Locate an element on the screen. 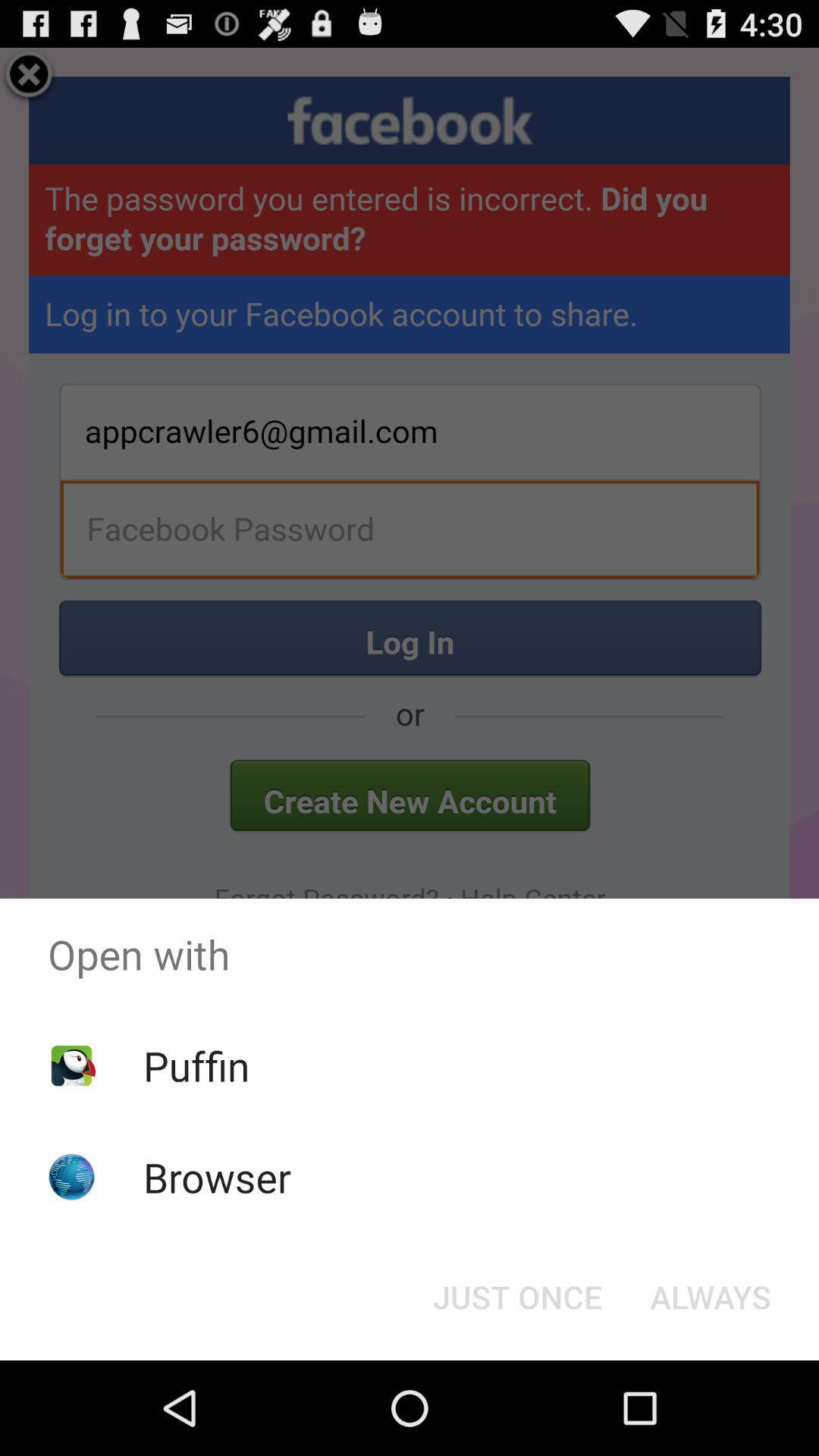 The image size is (819, 1456). item below open with item is located at coordinates (711, 1295).